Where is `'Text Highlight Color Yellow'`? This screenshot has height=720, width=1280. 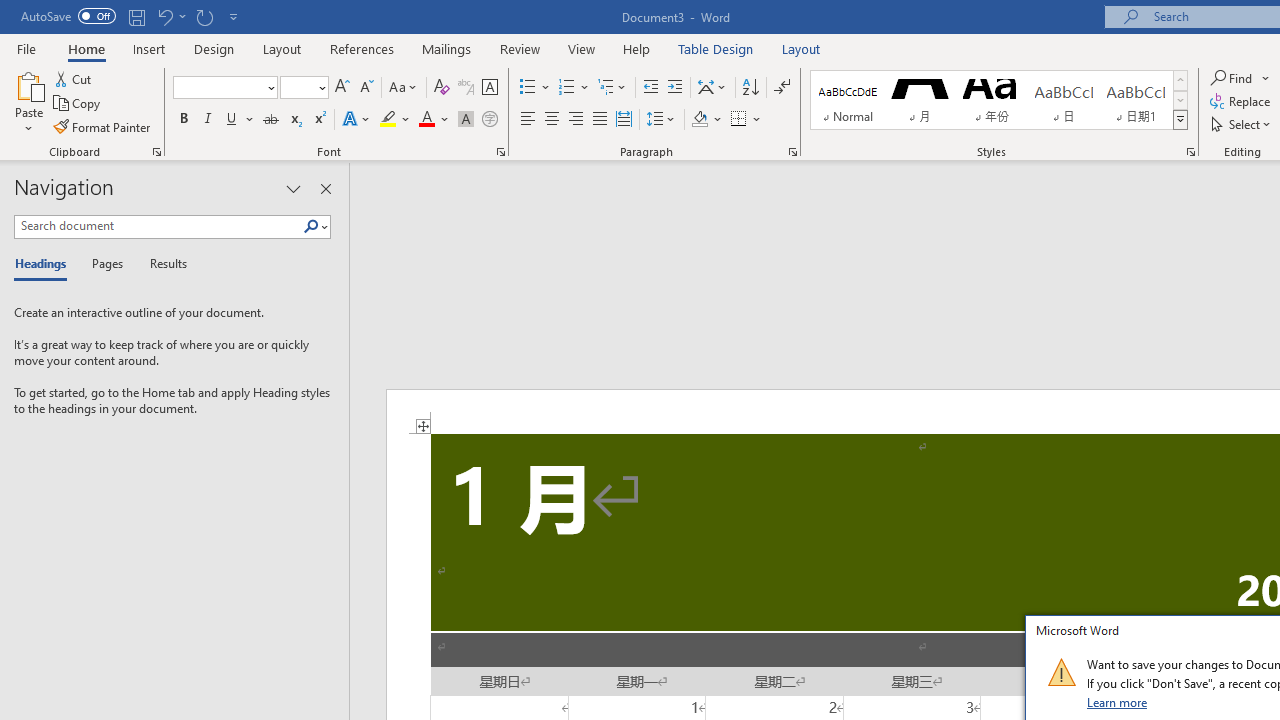
'Text Highlight Color Yellow' is located at coordinates (388, 119).